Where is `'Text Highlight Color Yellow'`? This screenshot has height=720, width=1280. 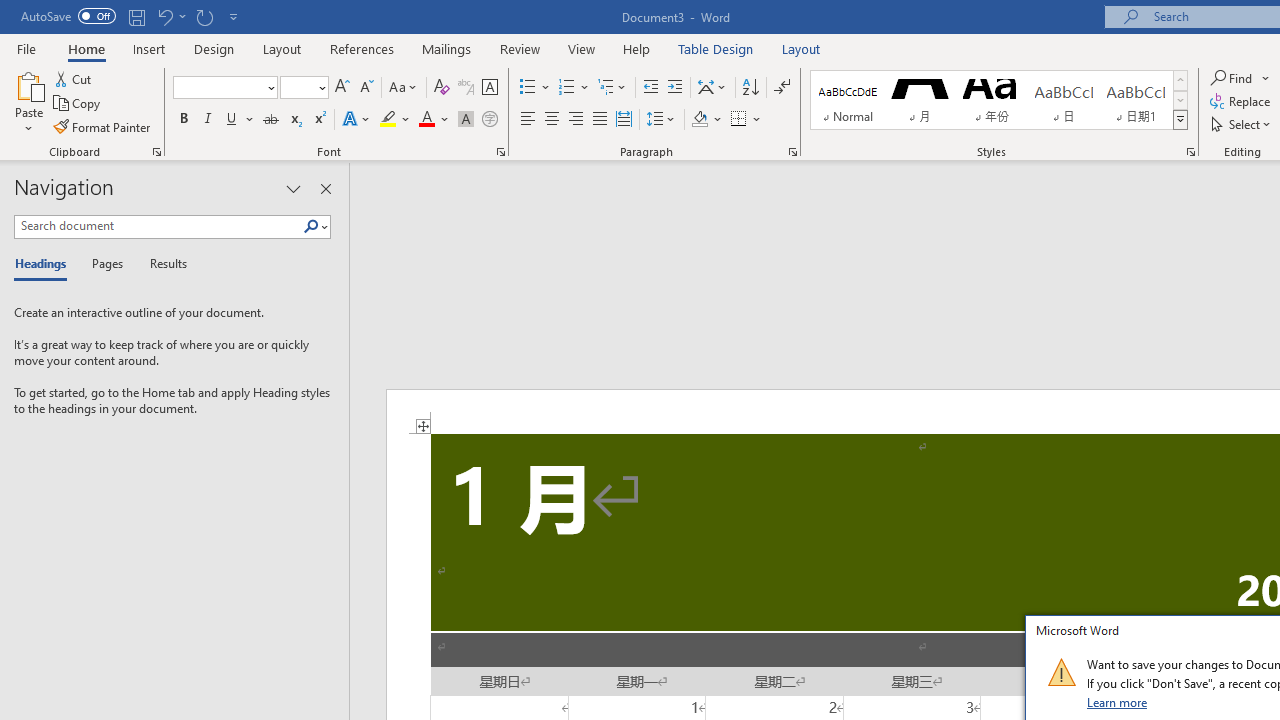
'Text Highlight Color Yellow' is located at coordinates (388, 119).